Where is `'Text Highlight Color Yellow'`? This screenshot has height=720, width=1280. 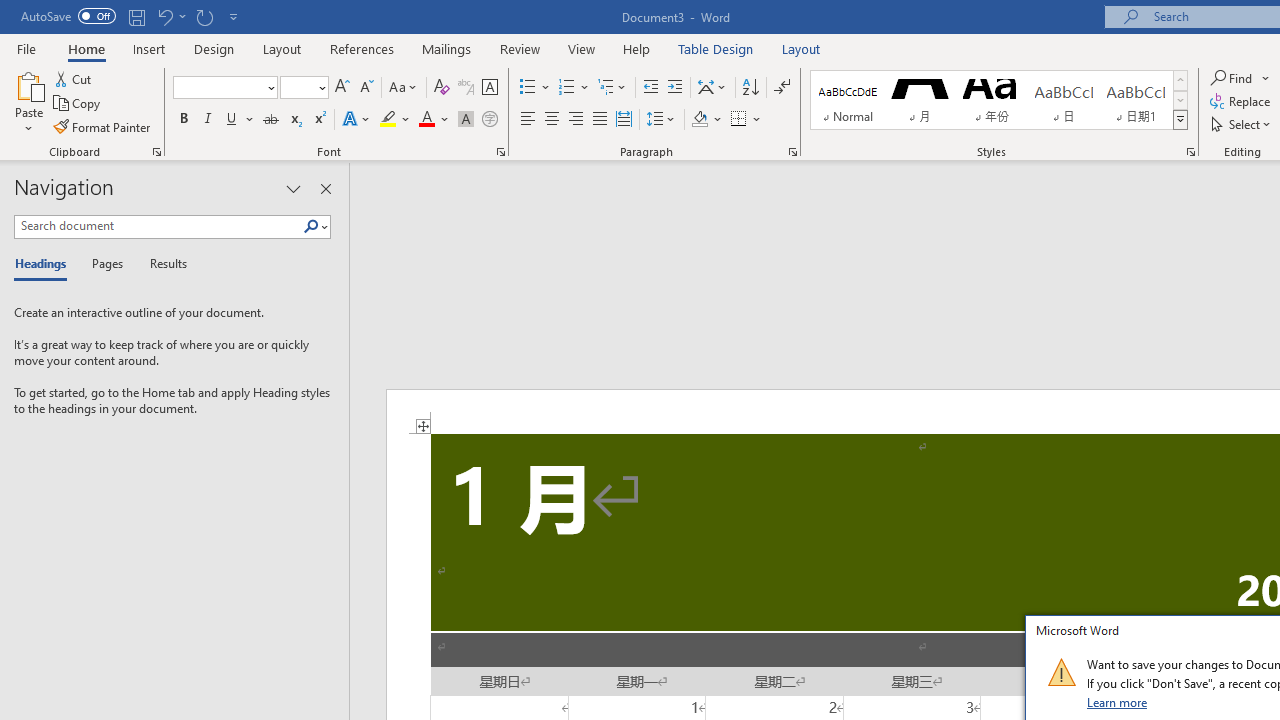
'Text Highlight Color Yellow' is located at coordinates (388, 119).